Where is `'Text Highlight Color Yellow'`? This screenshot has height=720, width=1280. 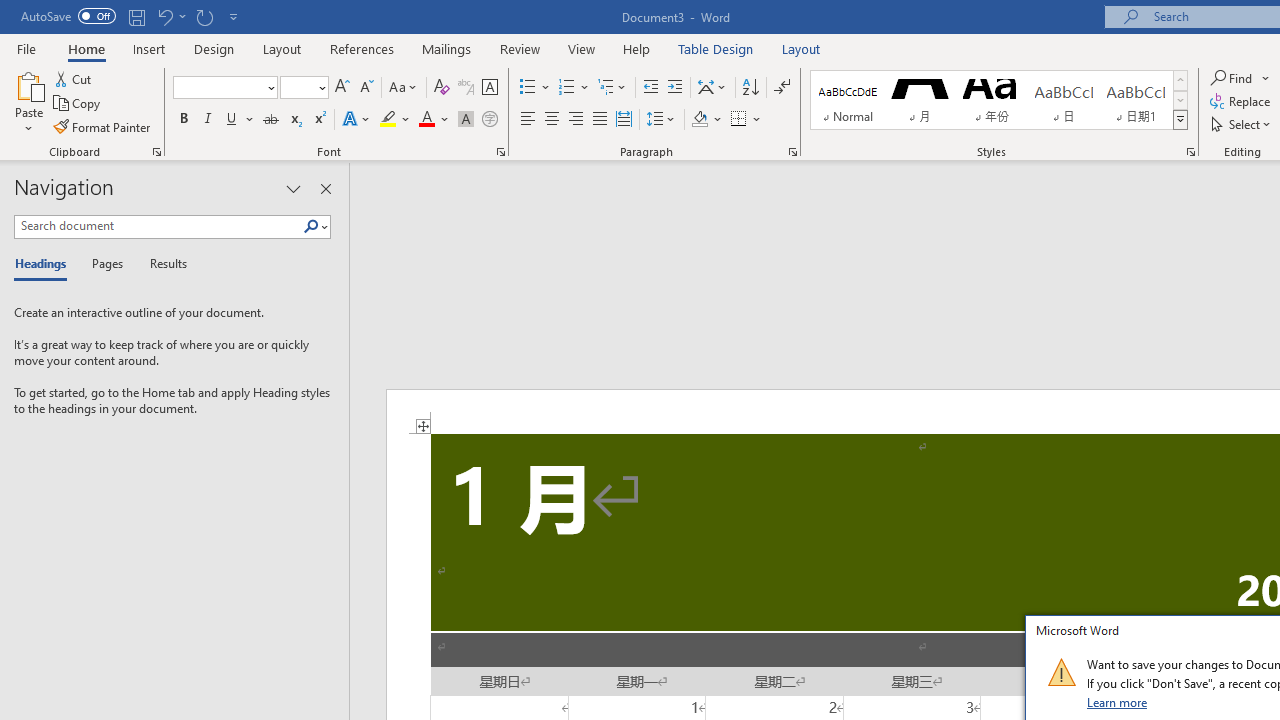
'Text Highlight Color Yellow' is located at coordinates (388, 119).